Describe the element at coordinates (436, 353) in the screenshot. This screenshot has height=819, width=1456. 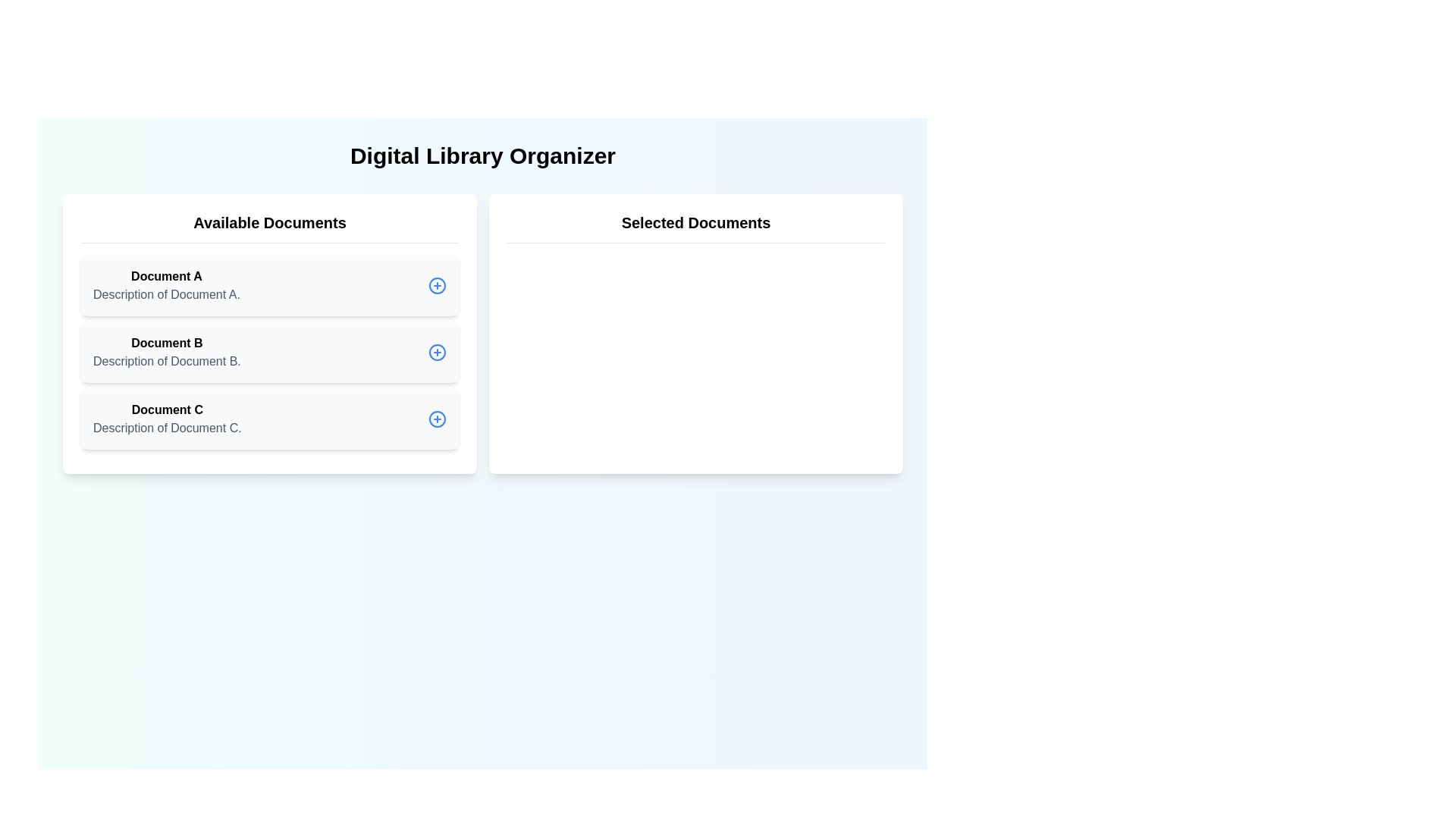
I see `the outer circle of the plus icon next to the 'Document B' item in the 'Available Documents' list of the 'Digital Library Organizer' application` at that location.